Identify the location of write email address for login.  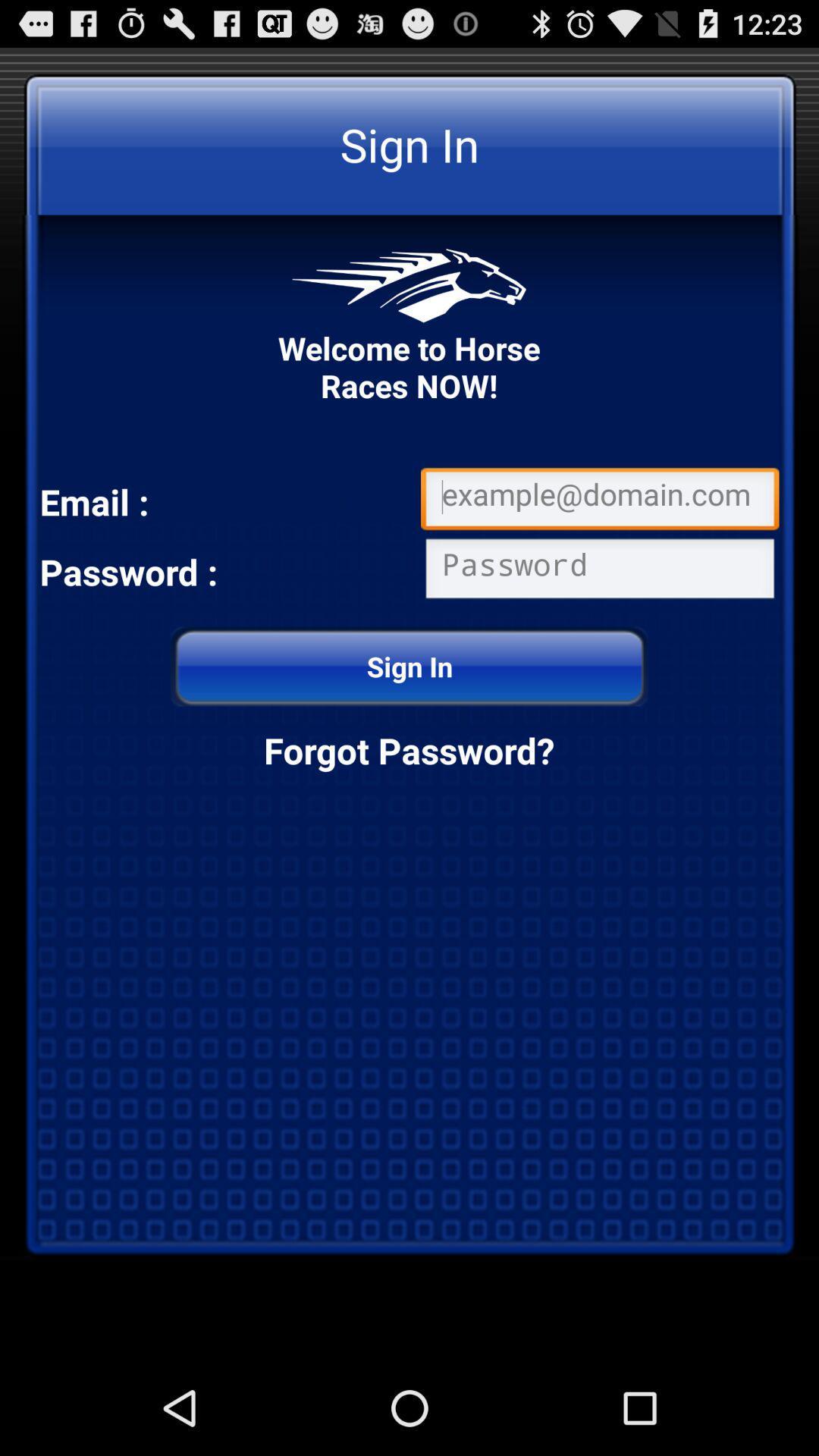
(599, 501).